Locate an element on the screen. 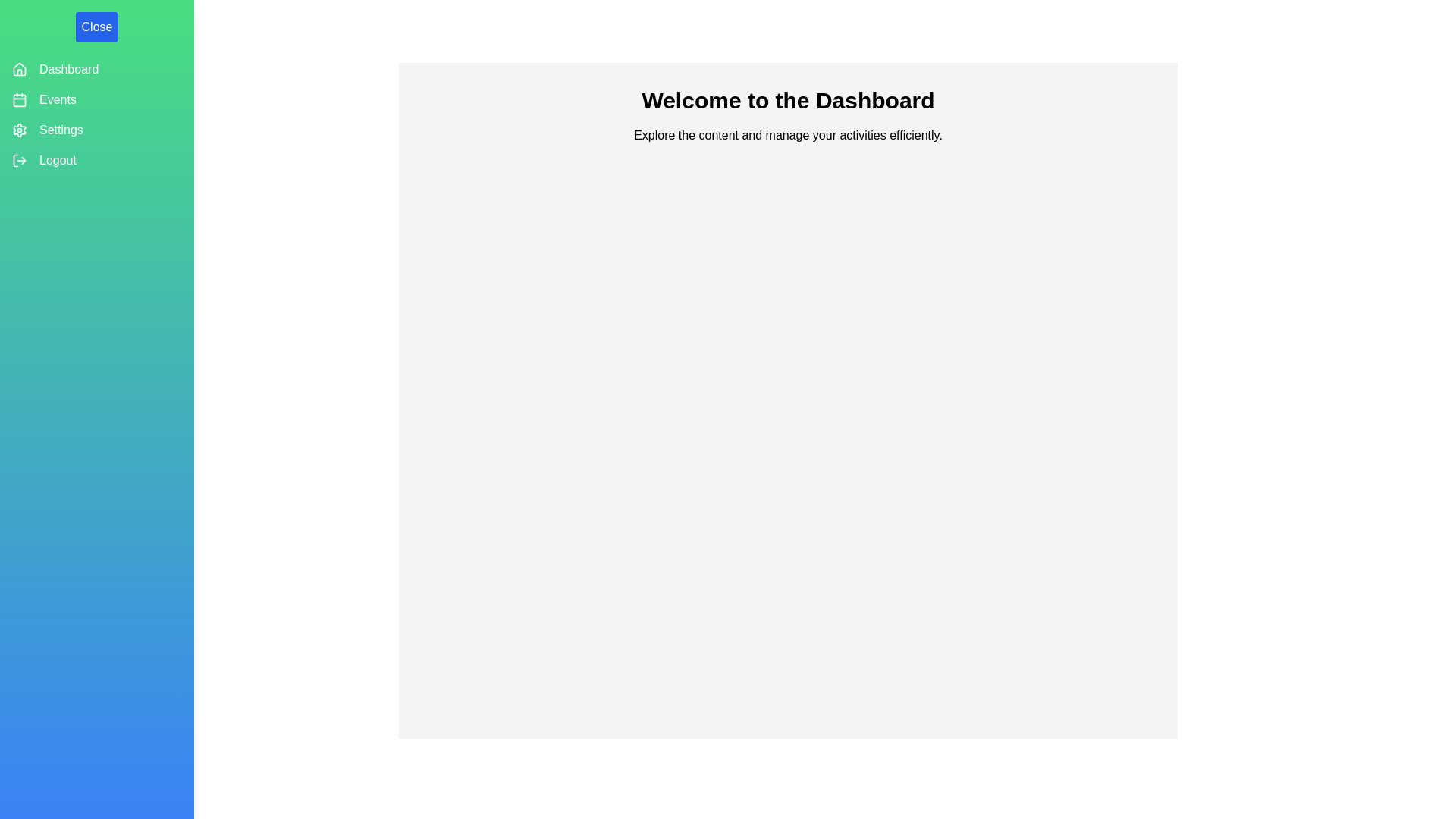  the 'Close' button to toggle the drawer state is located at coordinates (96, 27).